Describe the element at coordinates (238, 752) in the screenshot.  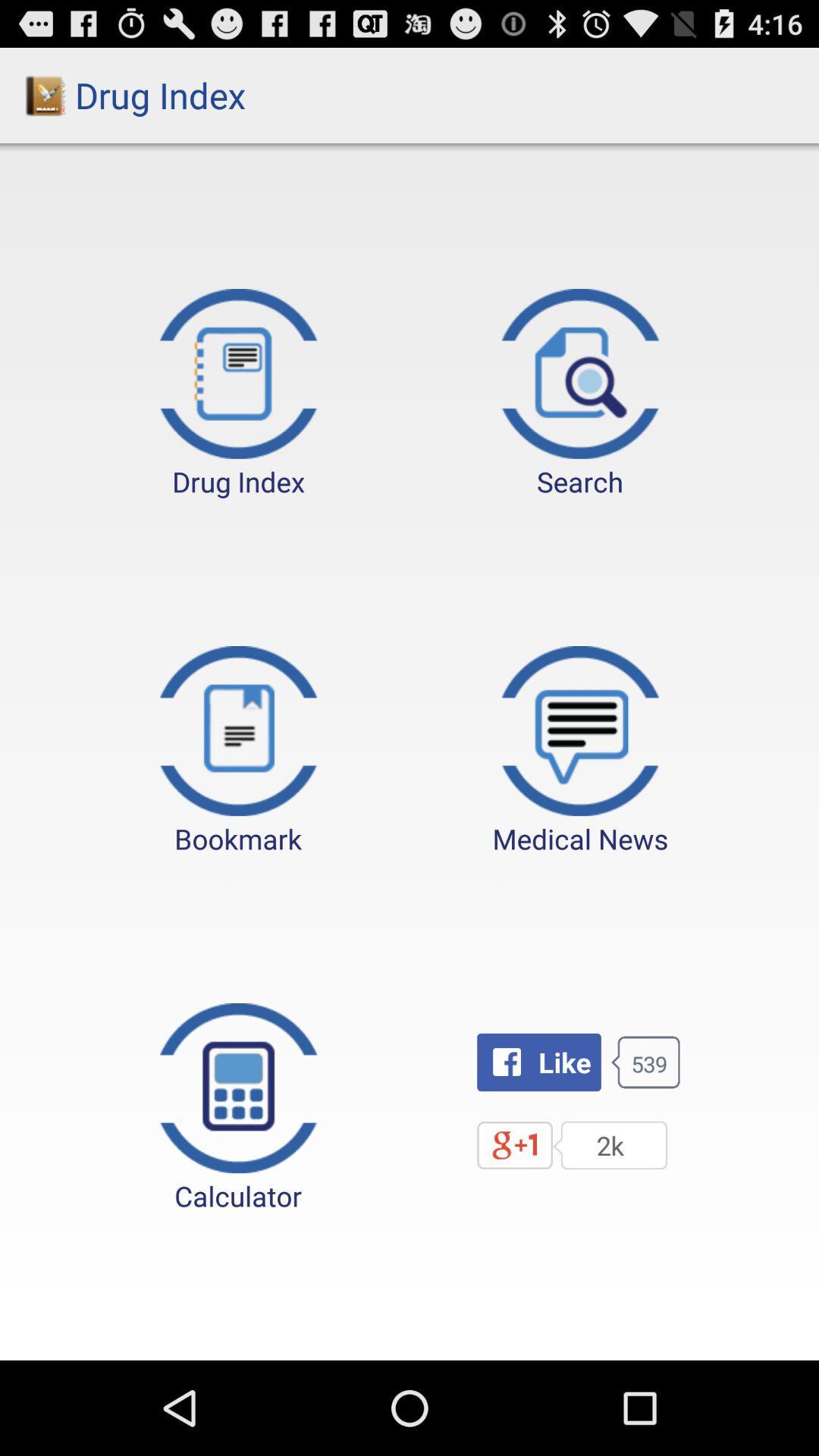
I see `the icon next to the medical news icon` at that location.